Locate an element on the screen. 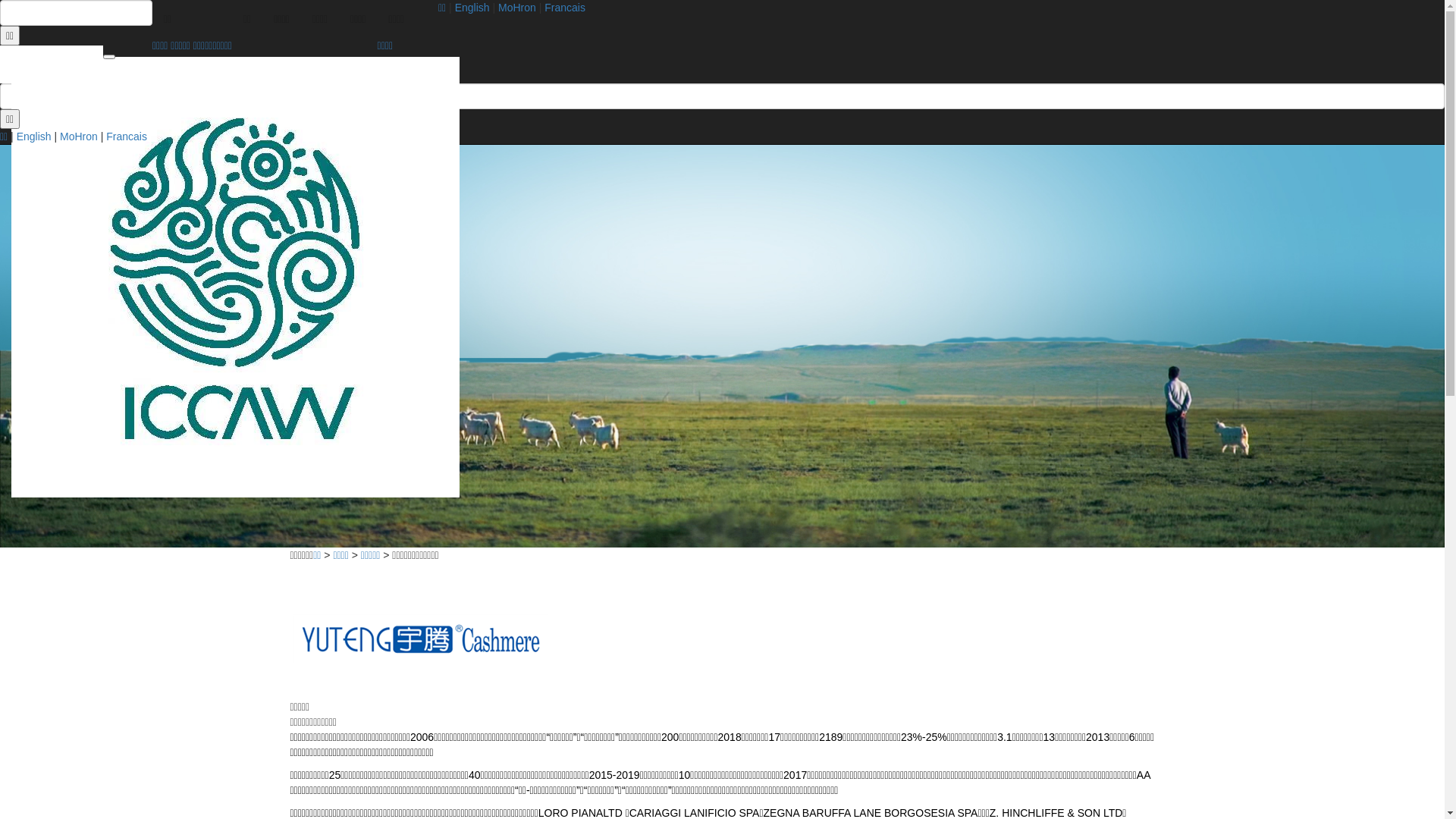 This screenshot has height=819, width=1456. 'MoHron' is located at coordinates (78, 136).